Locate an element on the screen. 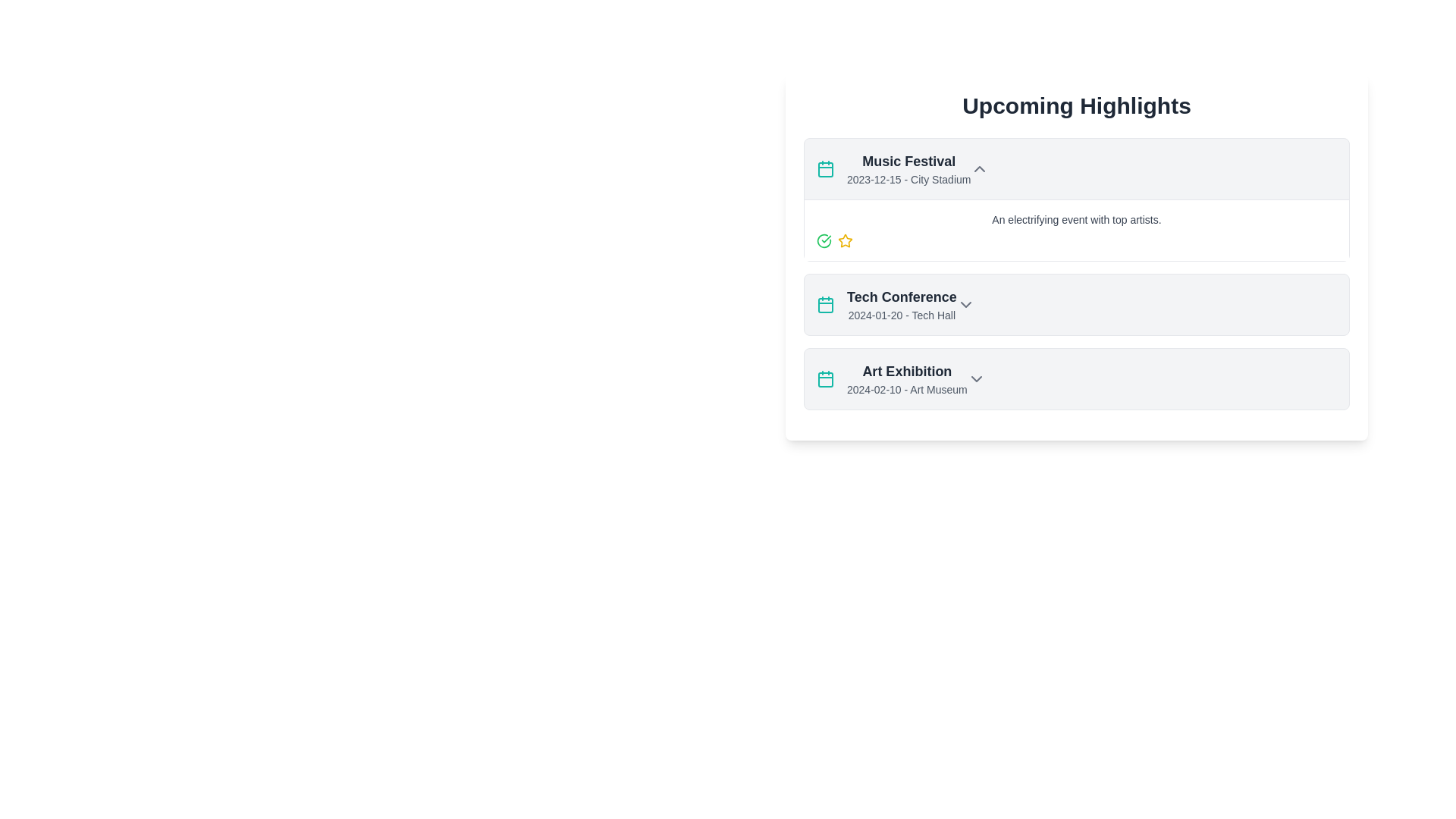  the text within the 'Art Exhibition' text block, which is positioned in the third item of a vertically stacked list of event summaries is located at coordinates (907, 378).